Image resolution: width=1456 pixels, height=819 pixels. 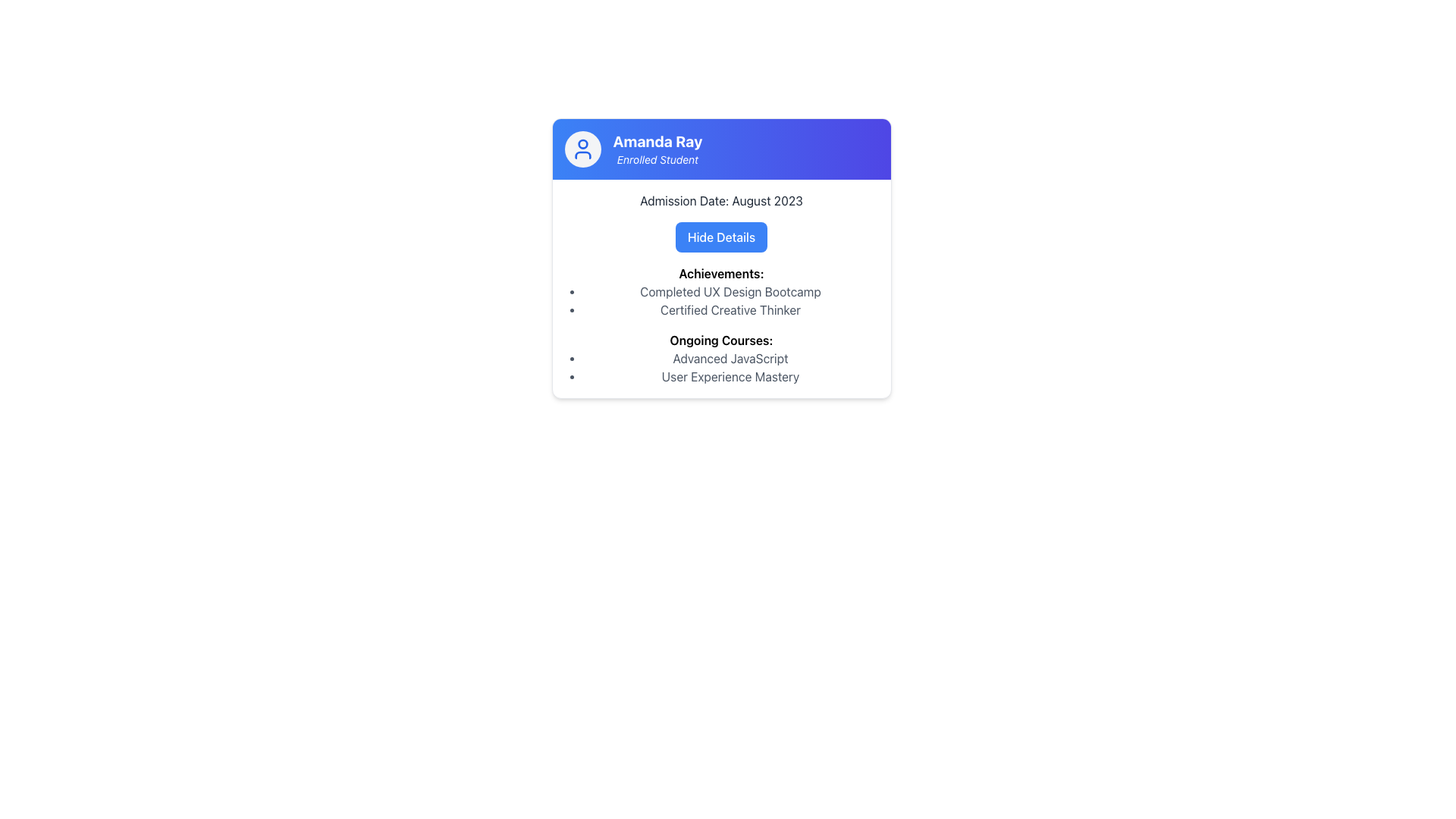 I want to click on the text label displaying 'Ongoing Courses:' which is styled in bold and positioned below the 'Achievements:' heading, so click(x=720, y=339).